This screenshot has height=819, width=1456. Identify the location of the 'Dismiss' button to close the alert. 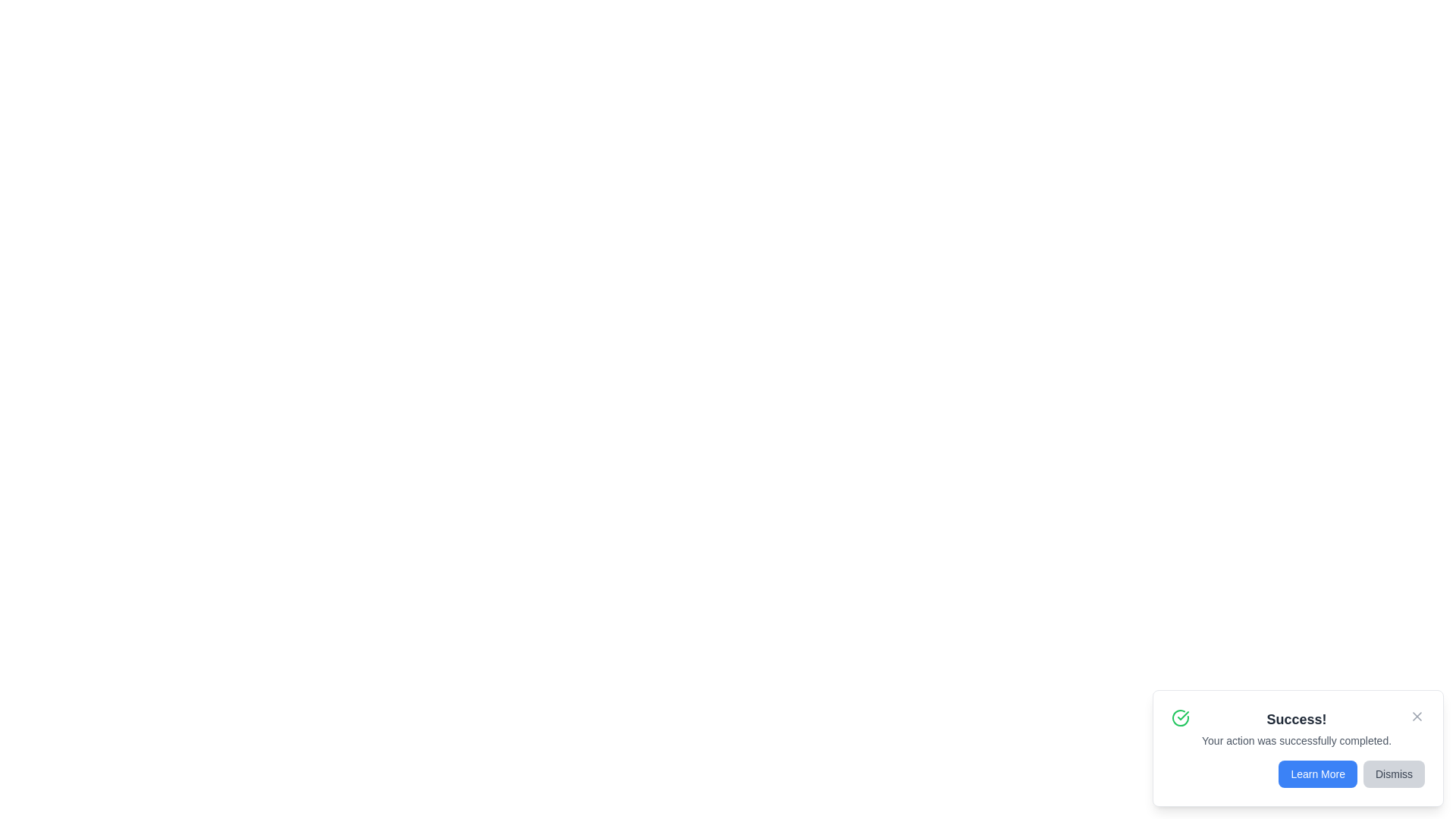
(1394, 774).